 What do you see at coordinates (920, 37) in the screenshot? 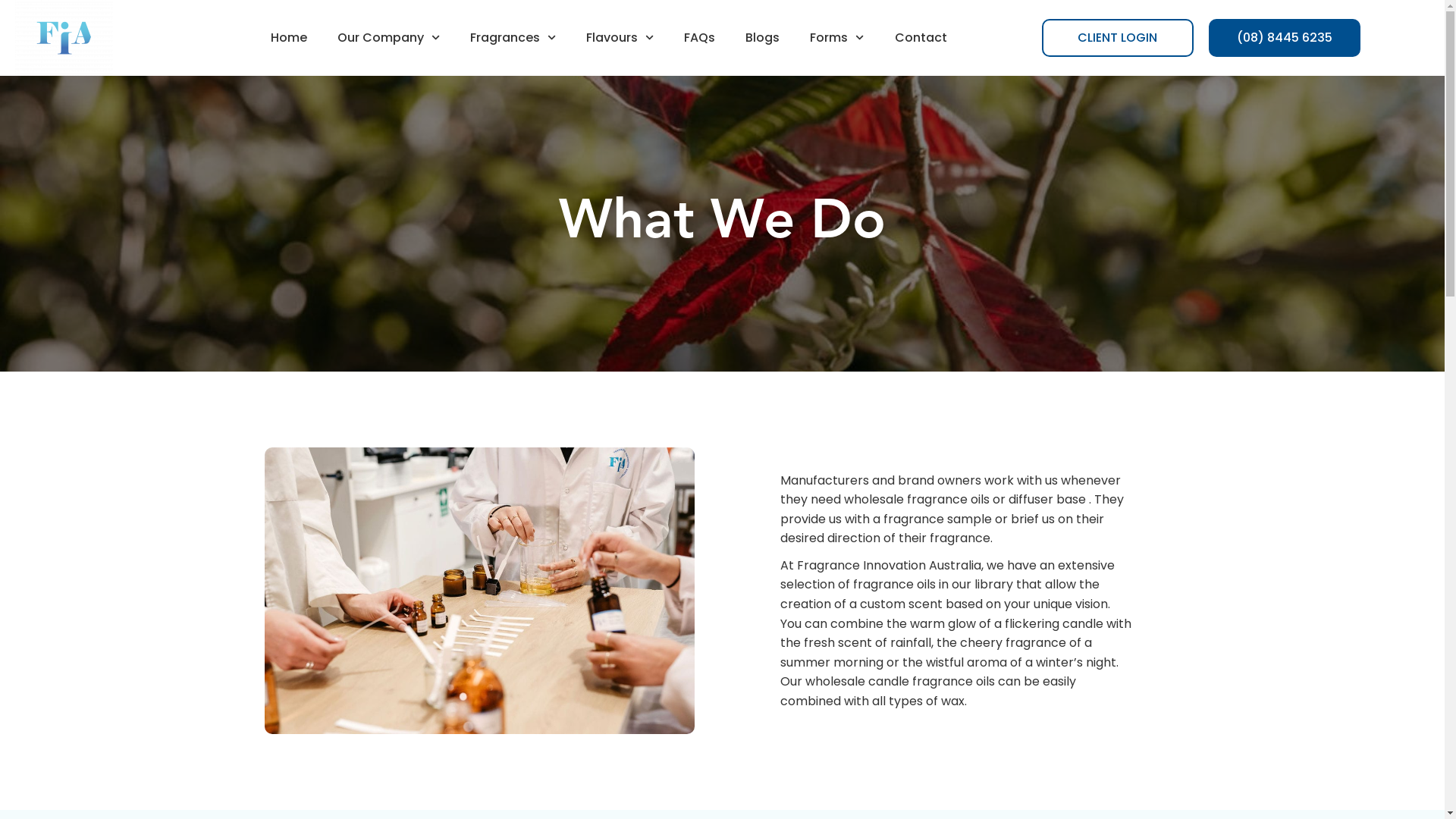
I see `'Contact'` at bounding box center [920, 37].